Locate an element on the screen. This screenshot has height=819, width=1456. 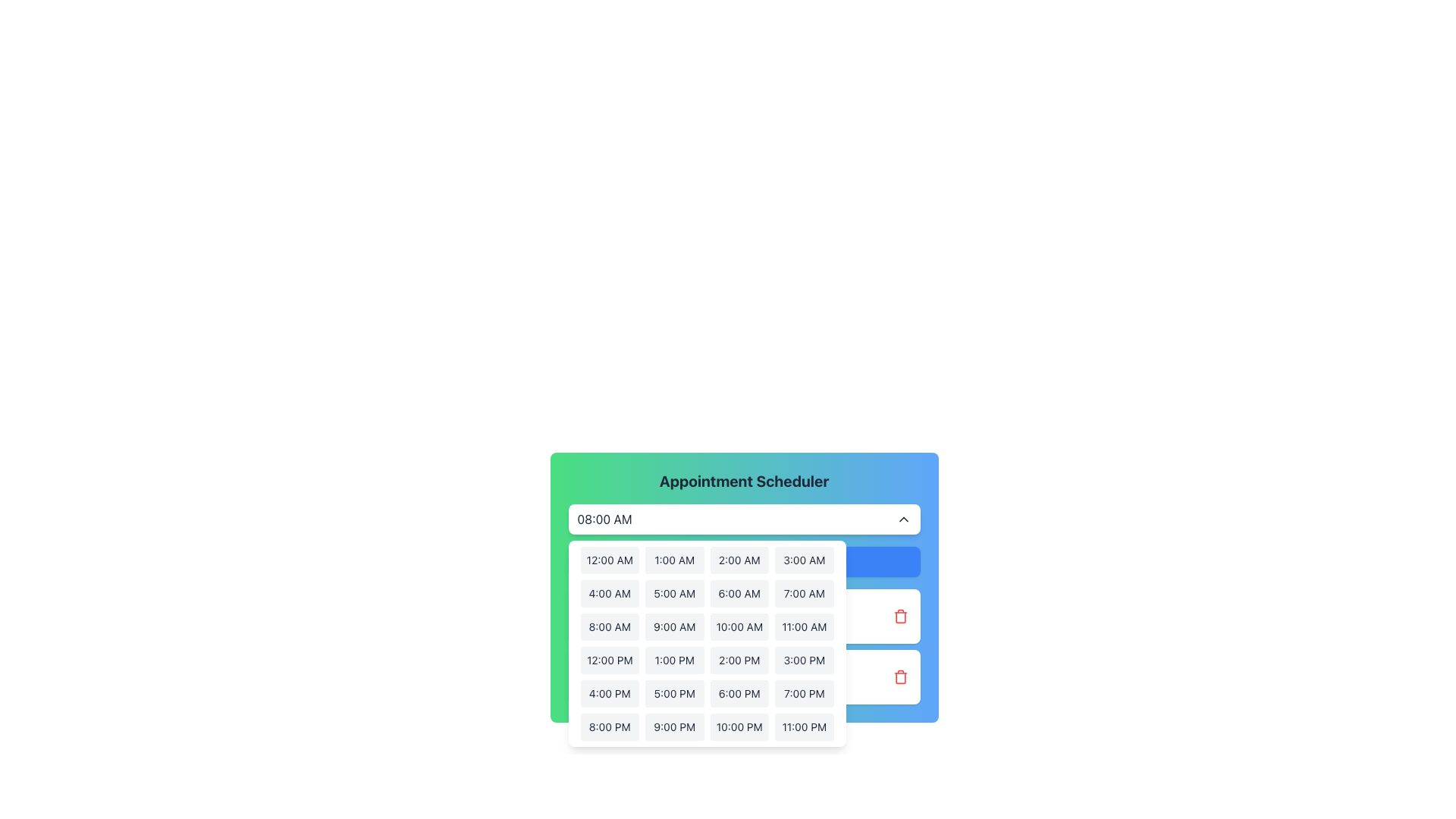
the first button in the fourth row of the time slot grid is located at coordinates (610, 660).